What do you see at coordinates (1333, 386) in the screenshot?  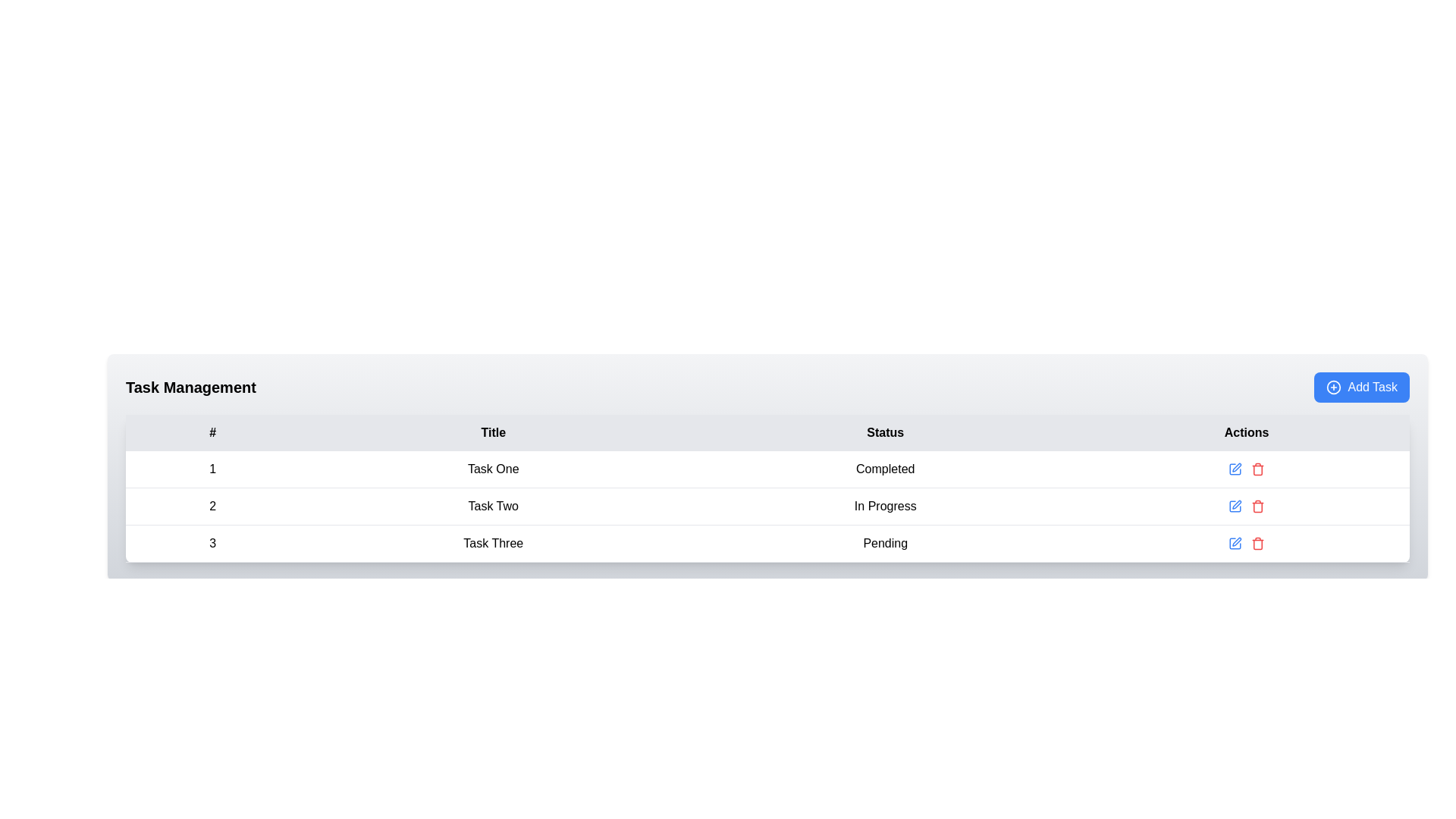 I see `the SVG Circle icon within the 'Add Task' button located in the top-right corner of the table interface` at bounding box center [1333, 386].